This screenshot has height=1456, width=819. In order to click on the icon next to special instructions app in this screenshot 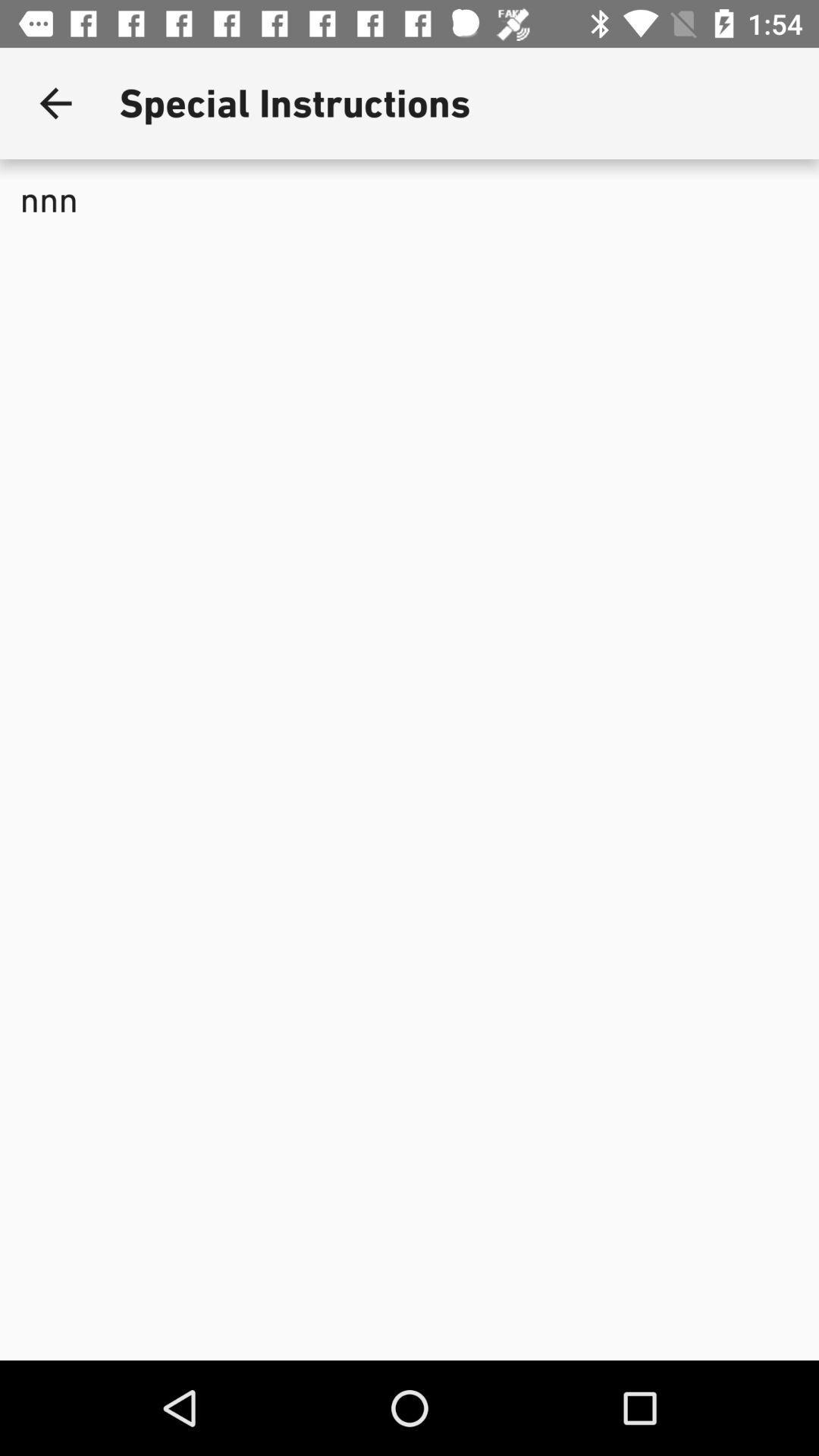, I will do `click(55, 102)`.